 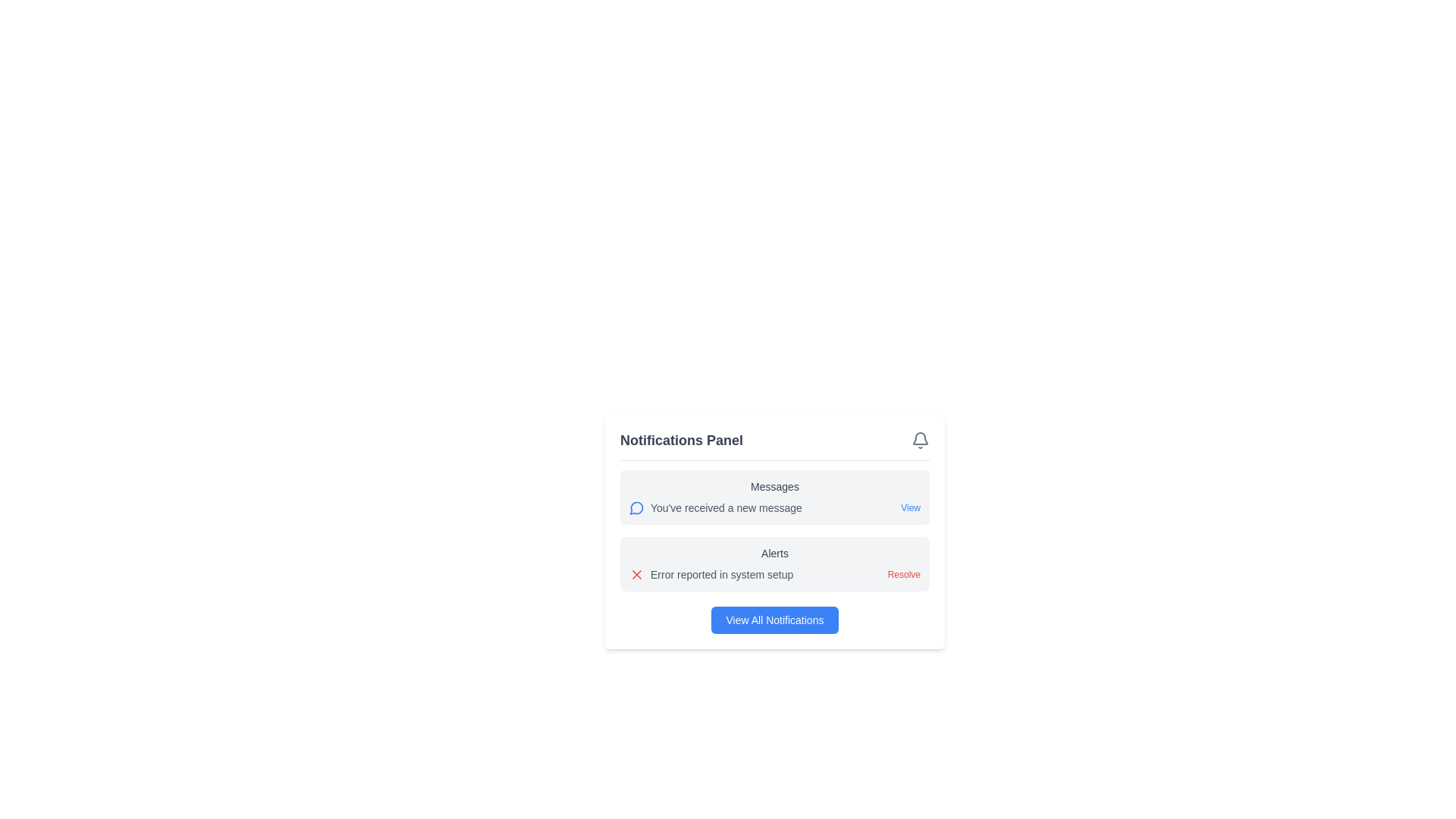 I want to click on the 'View All Notifications' button, which has a blue rectangular background with rounded corners and white text, located at the bottom of the notification panel, so click(x=775, y=620).